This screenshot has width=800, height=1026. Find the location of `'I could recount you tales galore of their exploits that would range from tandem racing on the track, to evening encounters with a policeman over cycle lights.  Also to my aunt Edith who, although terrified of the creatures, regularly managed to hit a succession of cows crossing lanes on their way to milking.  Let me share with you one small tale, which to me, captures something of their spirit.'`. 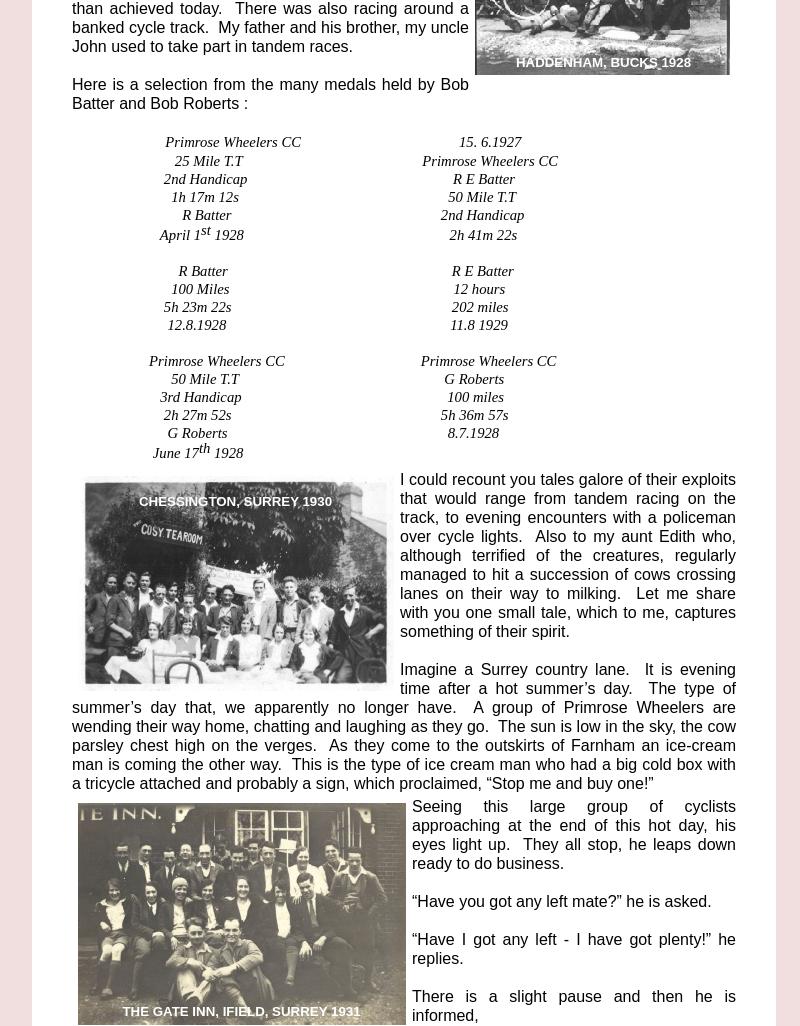

'I could recount you tales galore of their exploits that would range from tandem racing on the track, to evening encounters with a policeman over cycle lights.  Also to my aunt Edith who, although terrified of the creatures, regularly managed to hit a succession of cows crossing lanes on their way to milking.  Let me share with you one small tale, which to me, captures something of their spirit.' is located at coordinates (567, 555).